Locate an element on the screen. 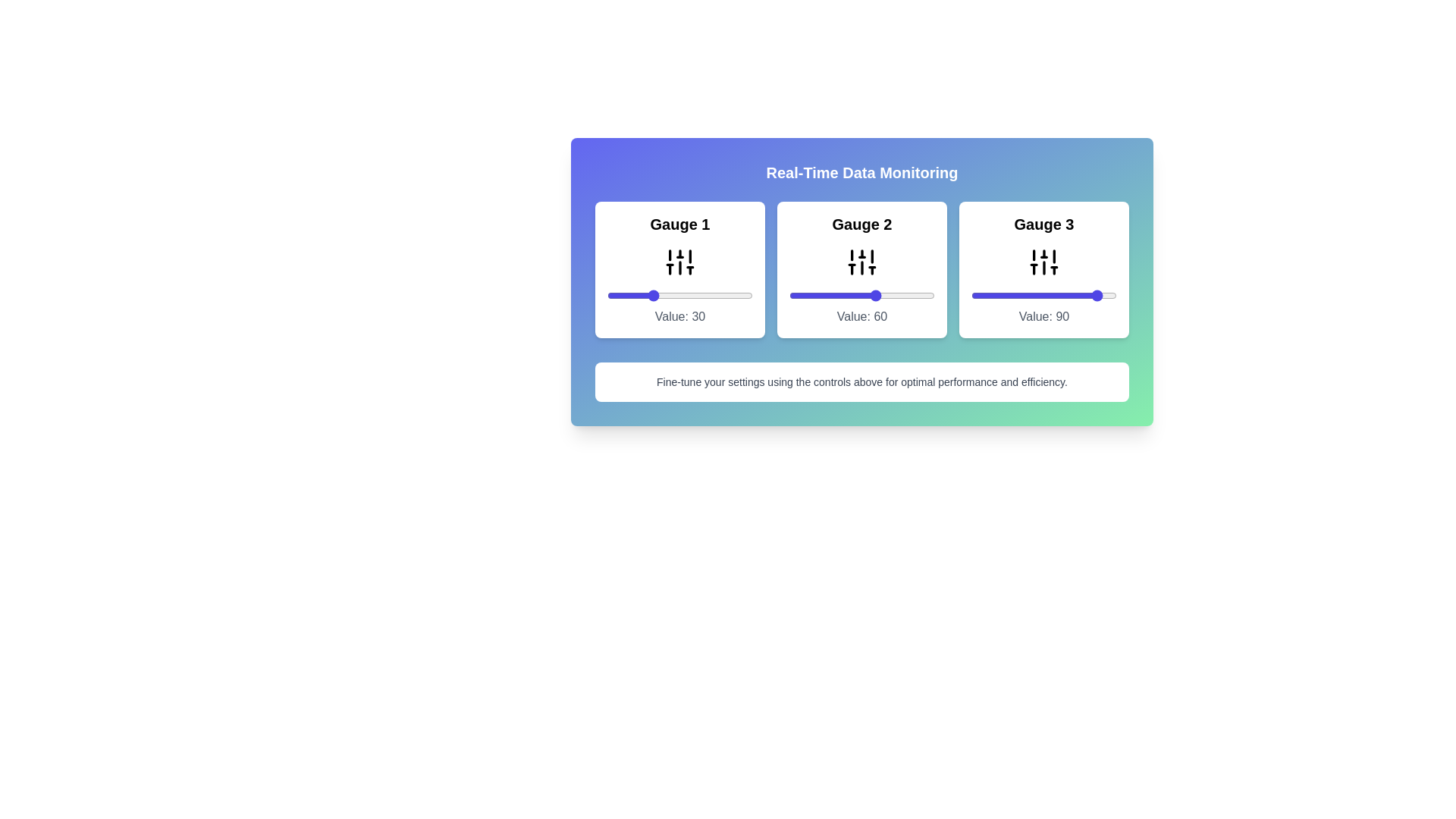 The height and width of the screenshot is (819, 1456). the vertical sliders icon located centrally within the 'Gauge 1' card, which consists of three vertical bars with horizontal handles is located at coordinates (679, 262).